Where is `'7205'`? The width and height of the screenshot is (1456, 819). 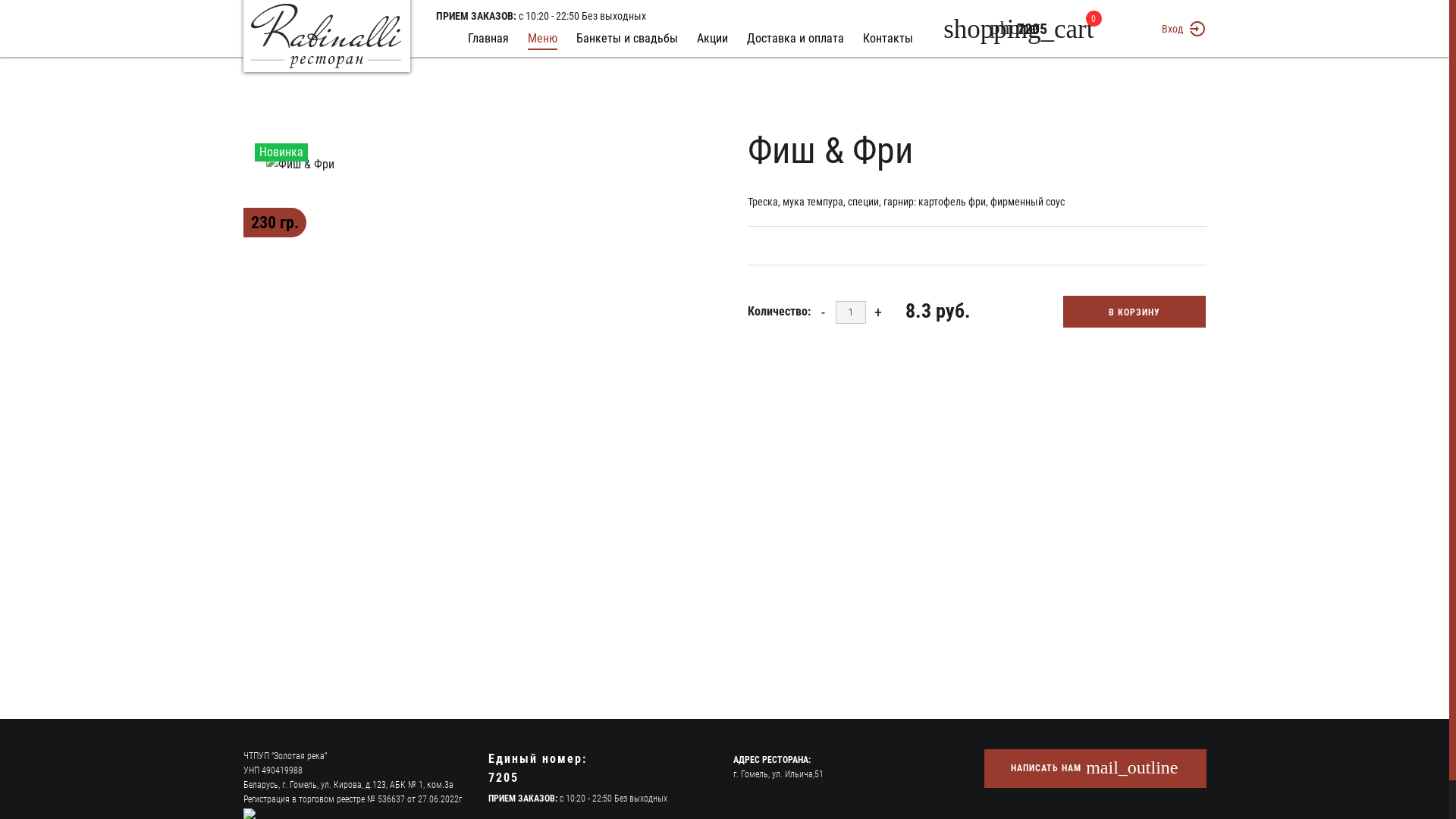 '7205' is located at coordinates (503, 777).